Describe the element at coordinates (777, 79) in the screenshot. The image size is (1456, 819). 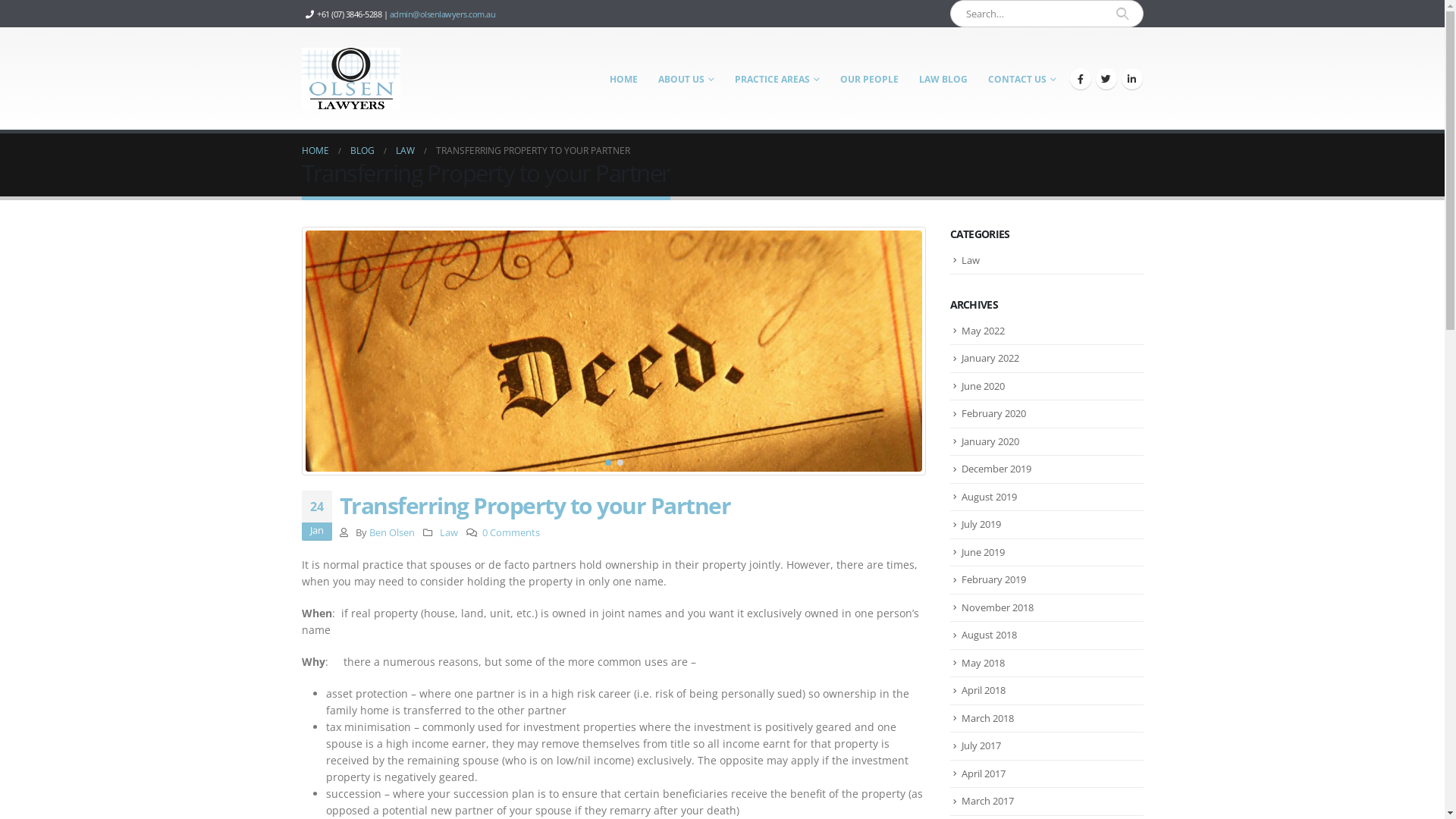
I see `'PRACTICE AREAS'` at that location.